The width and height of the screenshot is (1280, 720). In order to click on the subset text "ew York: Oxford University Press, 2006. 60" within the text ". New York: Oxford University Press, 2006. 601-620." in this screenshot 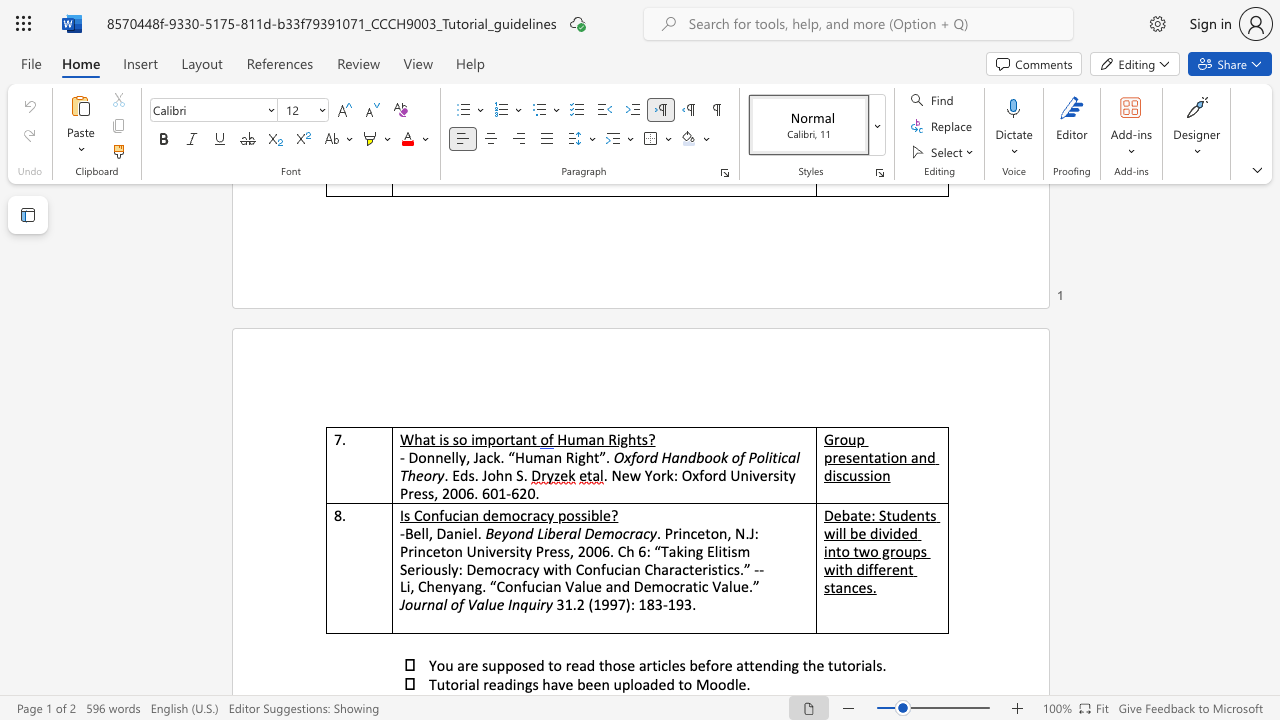, I will do `click(620, 475)`.